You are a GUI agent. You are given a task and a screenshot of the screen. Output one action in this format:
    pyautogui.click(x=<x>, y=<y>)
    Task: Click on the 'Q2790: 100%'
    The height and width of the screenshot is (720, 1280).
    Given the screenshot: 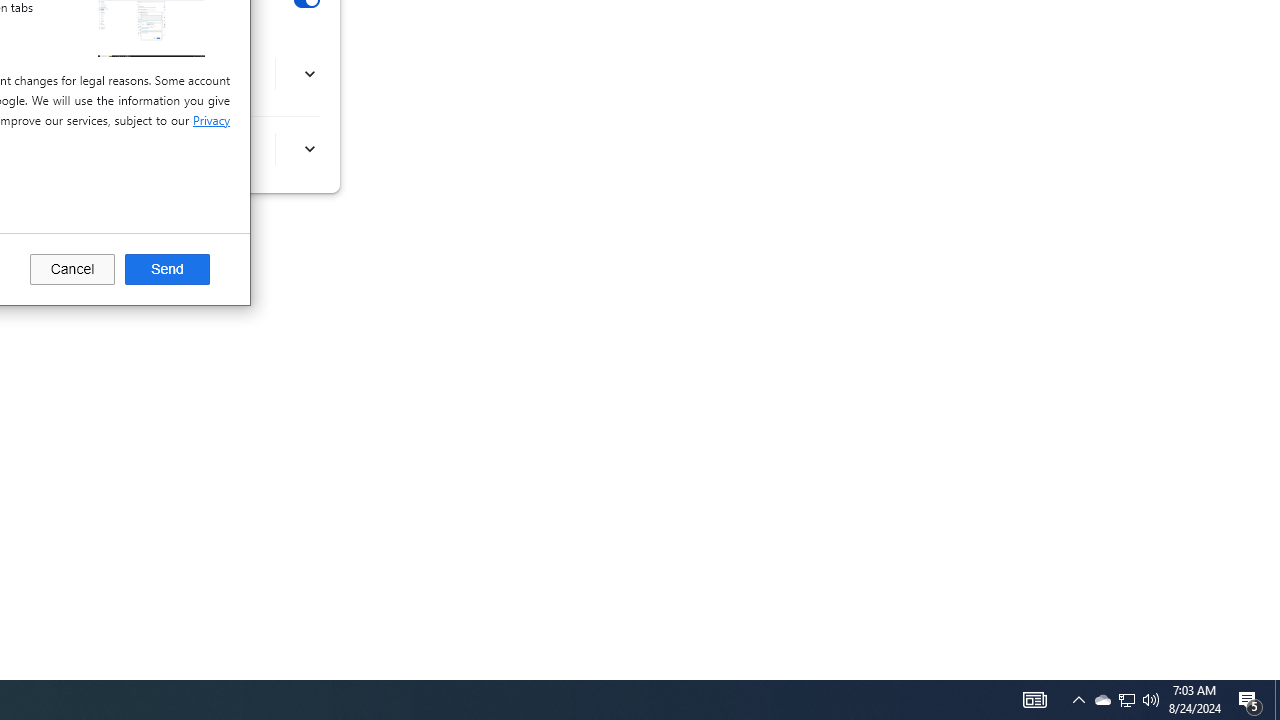 What is the action you would take?
    pyautogui.click(x=1151, y=698)
    